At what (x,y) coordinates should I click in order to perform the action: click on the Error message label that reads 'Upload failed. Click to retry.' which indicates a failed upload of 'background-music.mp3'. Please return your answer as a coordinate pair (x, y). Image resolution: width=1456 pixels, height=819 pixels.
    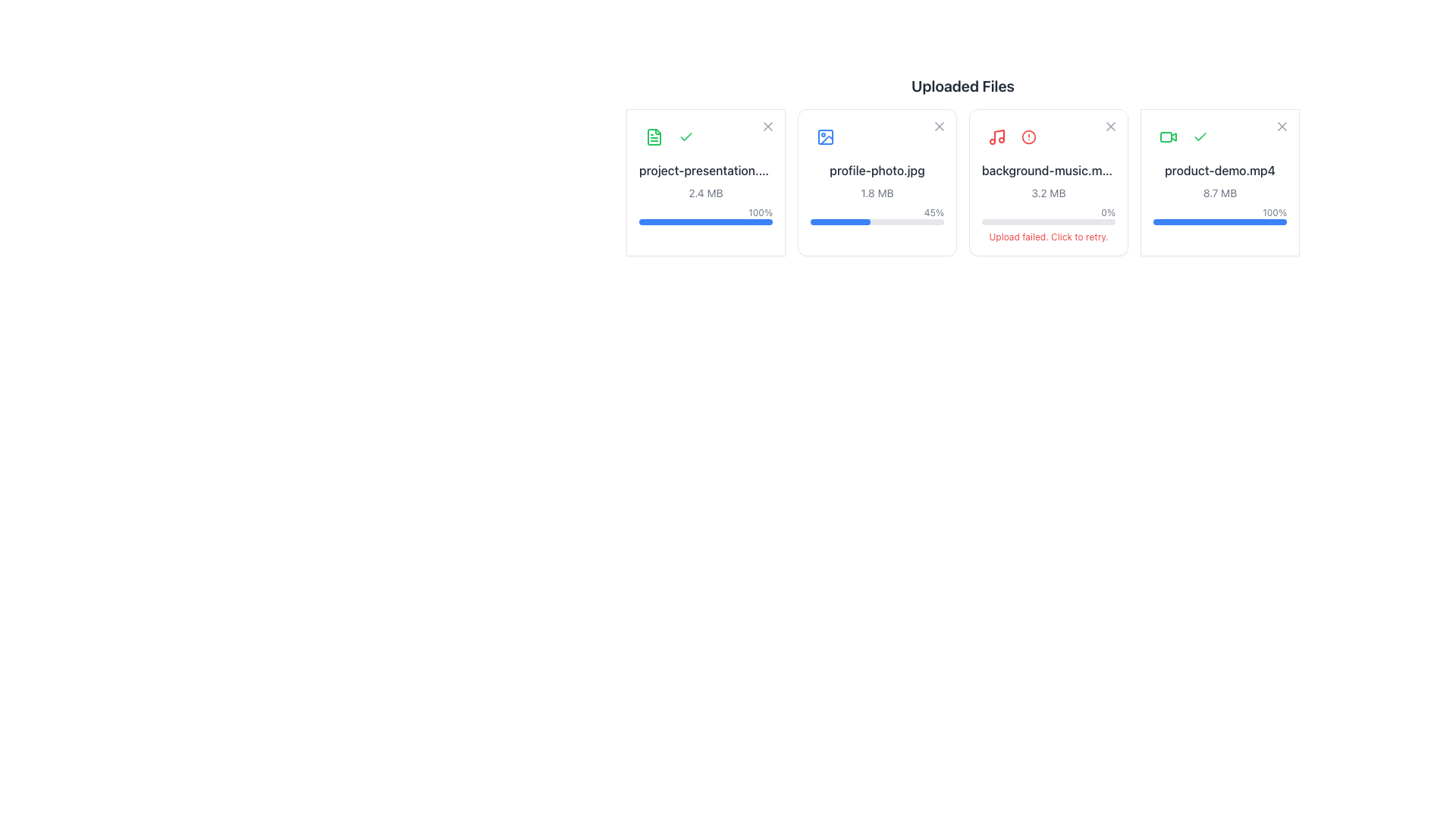
    Looking at the image, I should click on (1047, 237).